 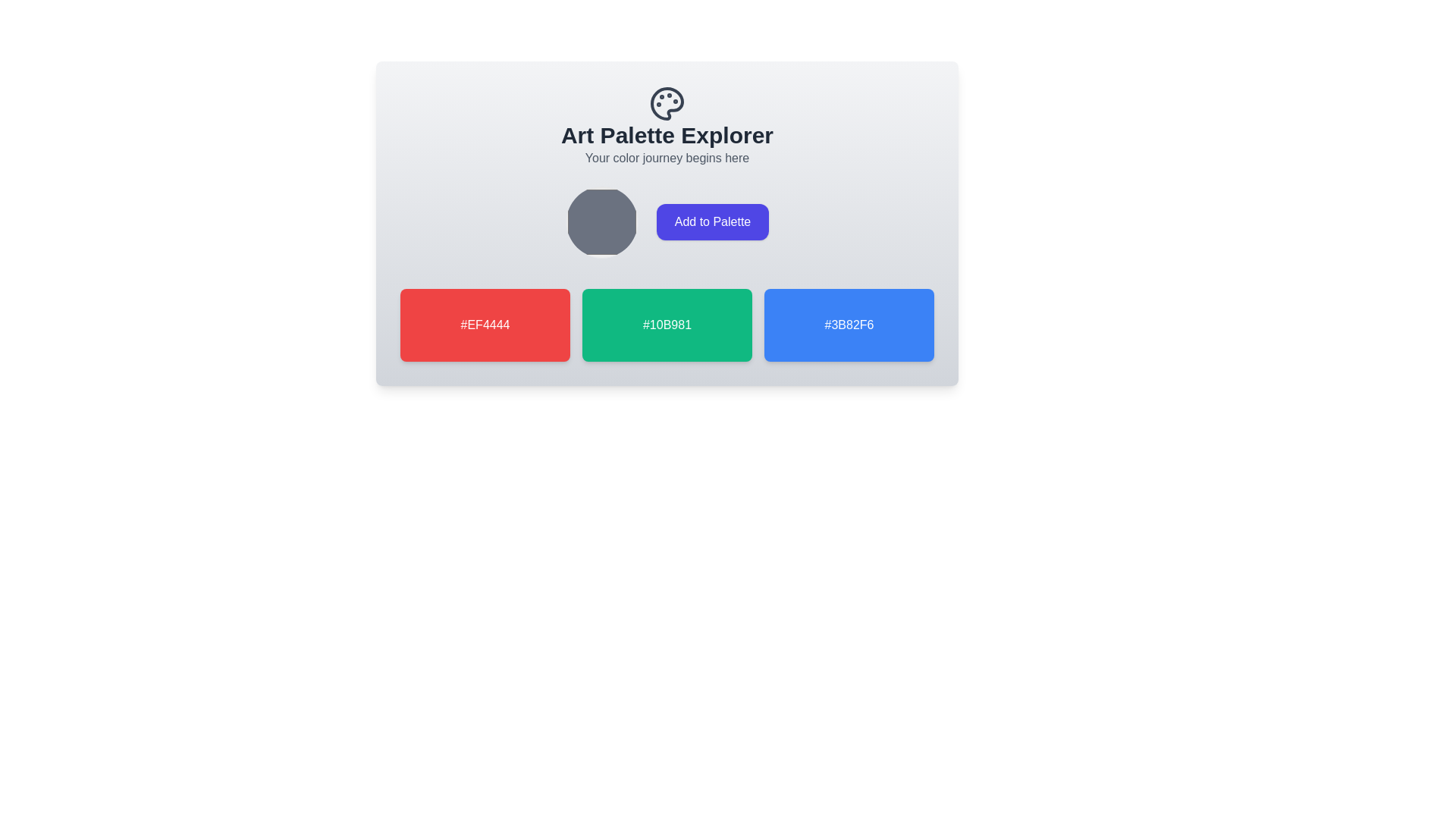 I want to click on the informational Text Label positioned below the 'Art Palette Explorer' title text, which serves as a subtitle or guide for users, so click(x=667, y=158).